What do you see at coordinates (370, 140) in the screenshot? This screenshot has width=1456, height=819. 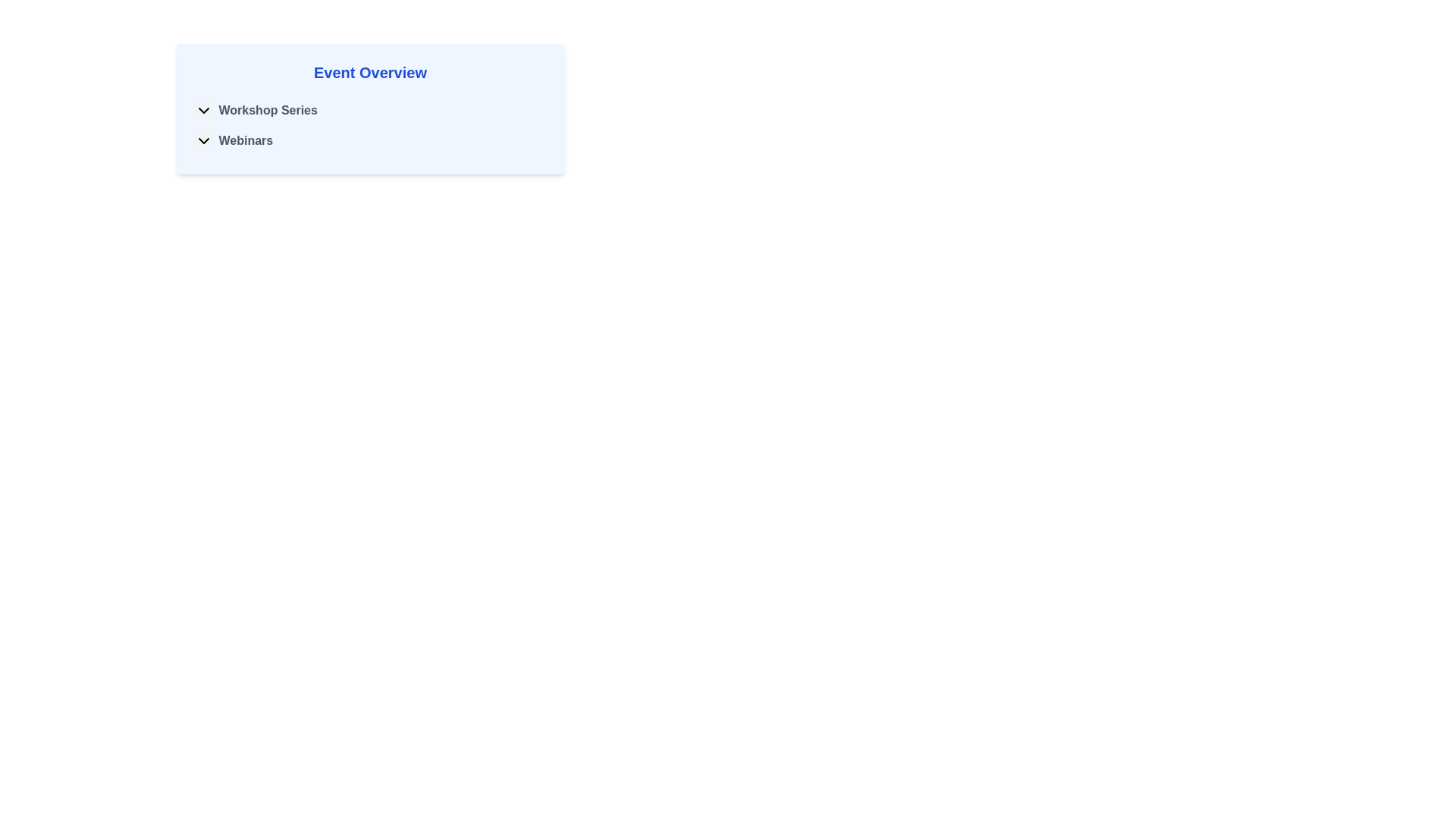 I see `the second item` at bounding box center [370, 140].